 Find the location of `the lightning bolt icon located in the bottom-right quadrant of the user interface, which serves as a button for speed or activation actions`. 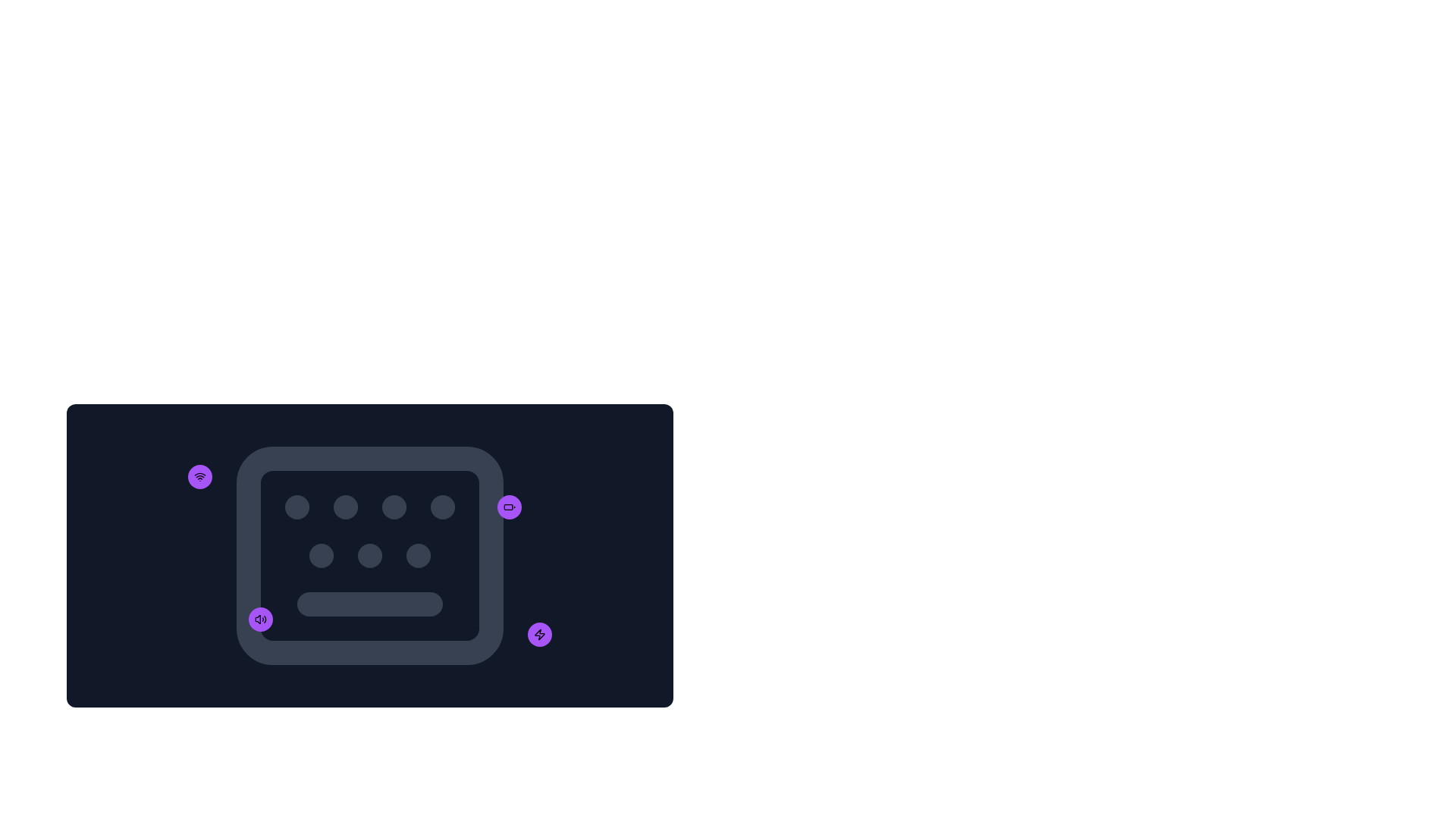

the lightning bolt icon located in the bottom-right quadrant of the user interface, which serves as a button for speed or activation actions is located at coordinates (539, 635).